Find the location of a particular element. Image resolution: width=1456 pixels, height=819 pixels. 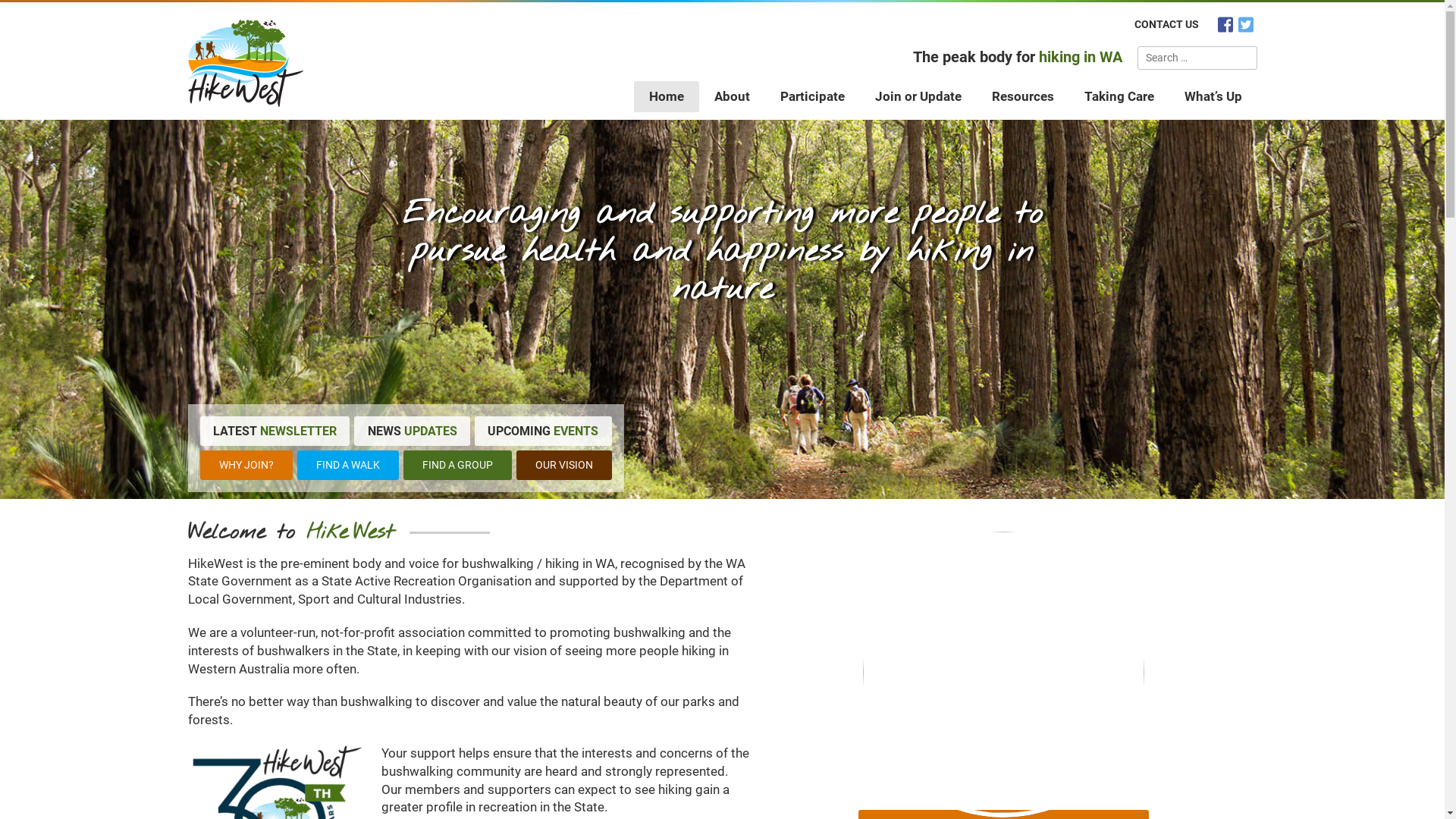

'Participate' is located at coordinates (811, 96).